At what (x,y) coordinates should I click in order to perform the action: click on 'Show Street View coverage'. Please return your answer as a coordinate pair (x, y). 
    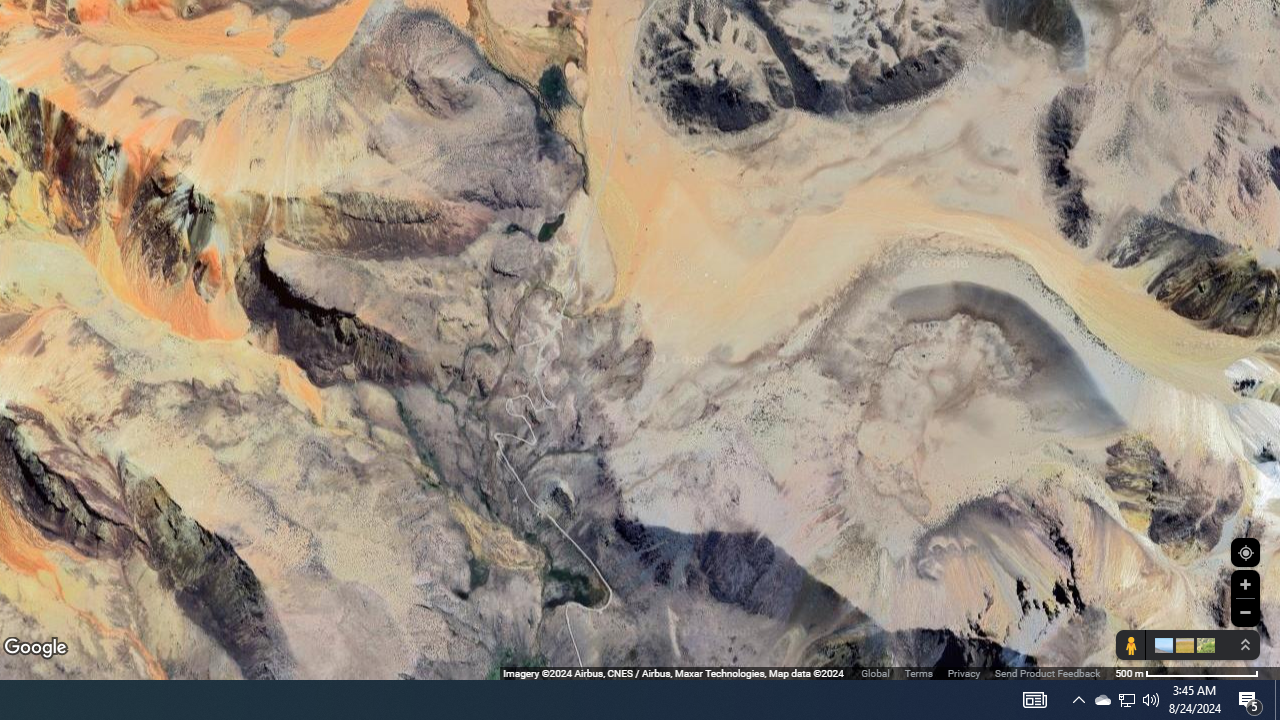
    Looking at the image, I should click on (1130, 645).